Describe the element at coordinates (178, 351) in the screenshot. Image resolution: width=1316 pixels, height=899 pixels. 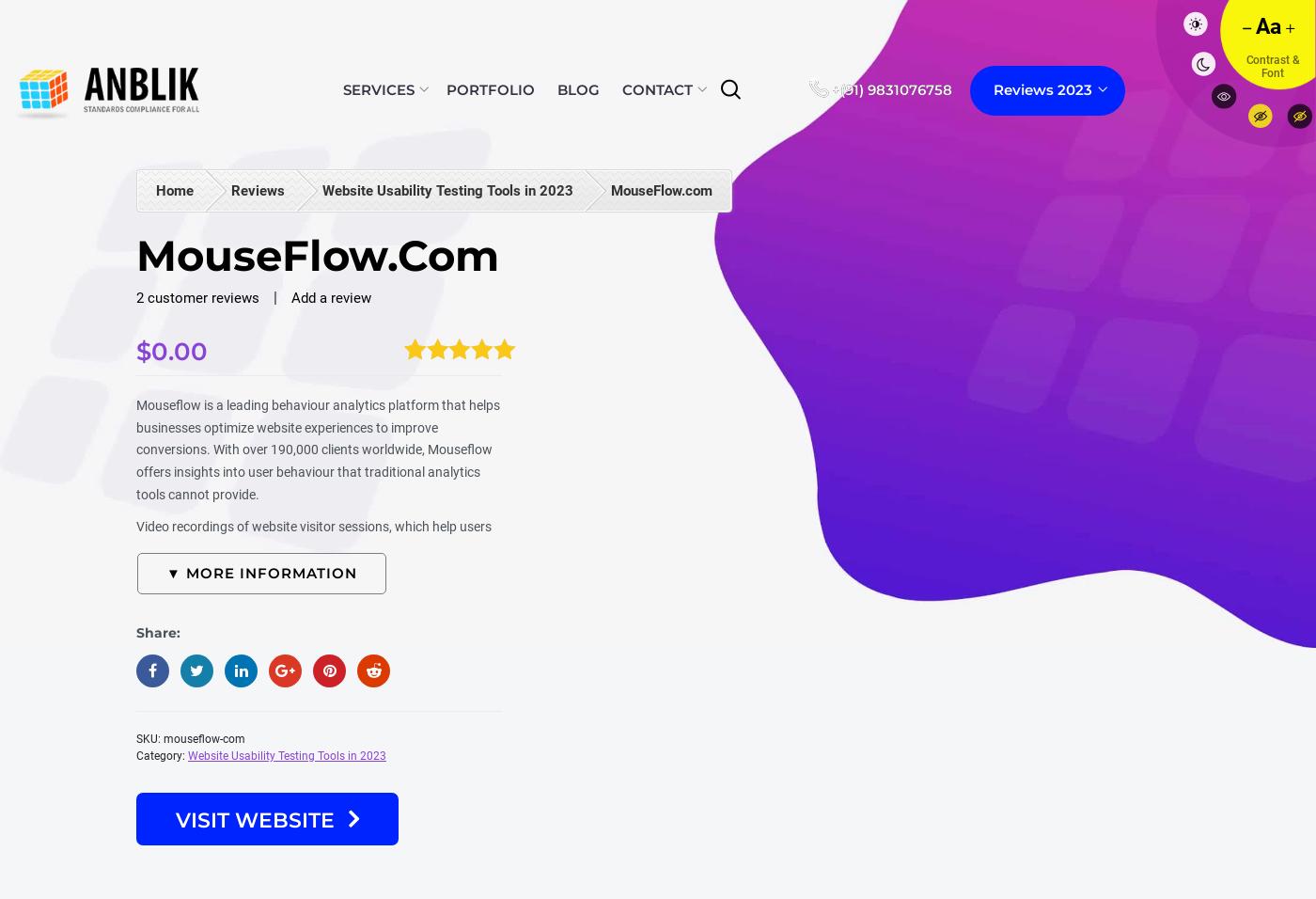
I see `'0.00'` at that location.